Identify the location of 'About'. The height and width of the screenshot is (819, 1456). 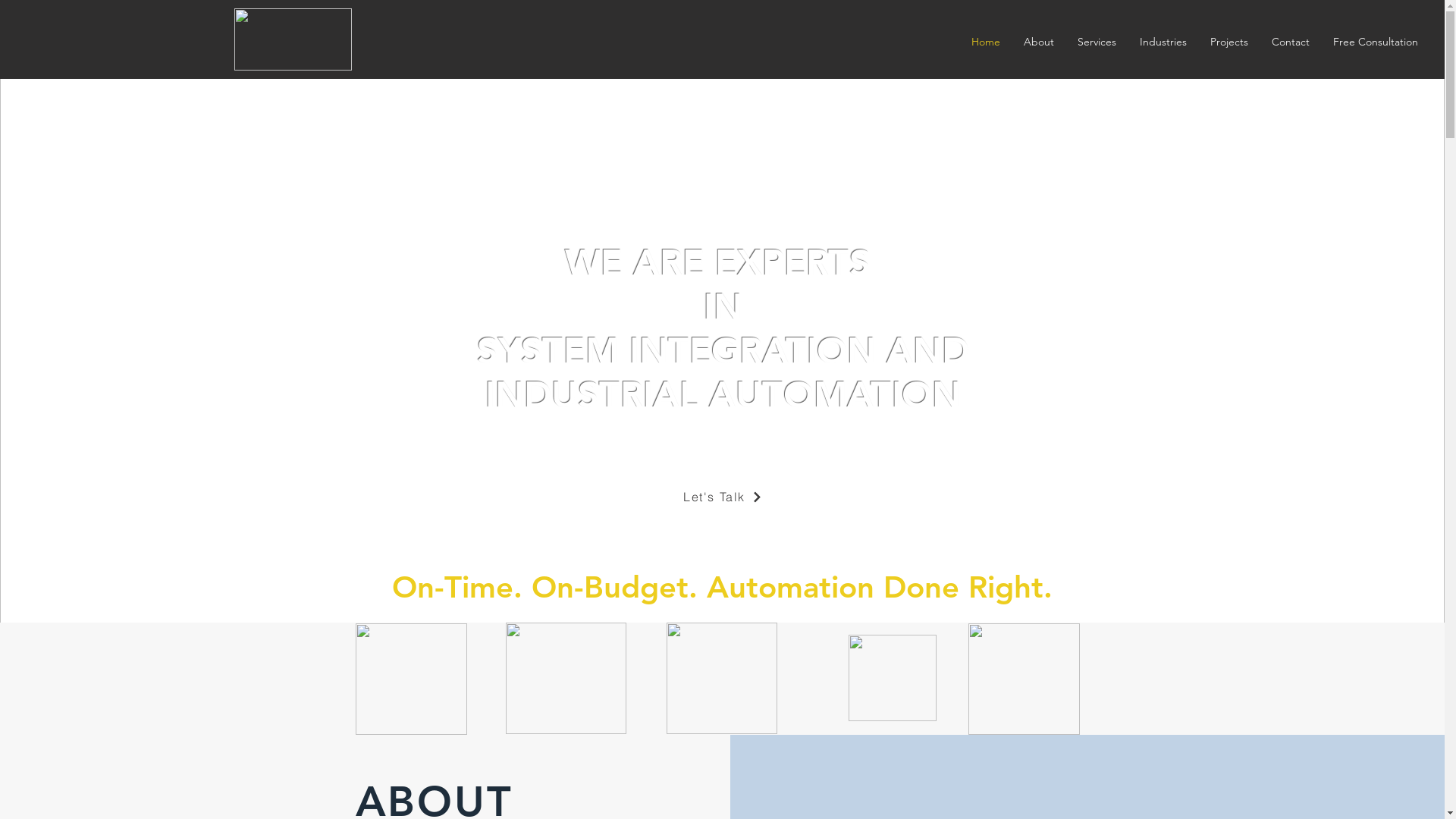
(1037, 41).